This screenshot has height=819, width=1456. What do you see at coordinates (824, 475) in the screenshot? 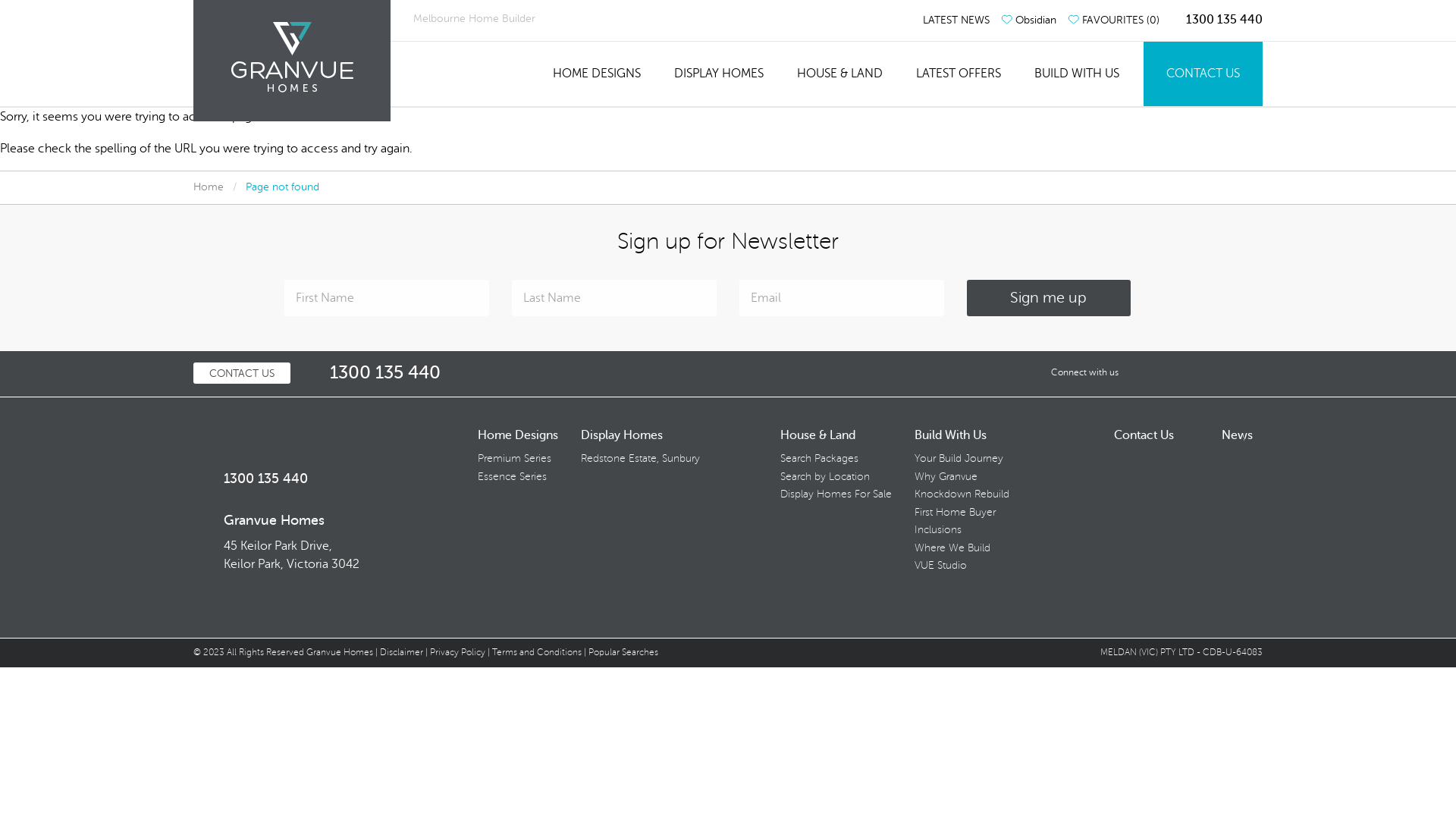
I see `'Search by Location'` at bounding box center [824, 475].